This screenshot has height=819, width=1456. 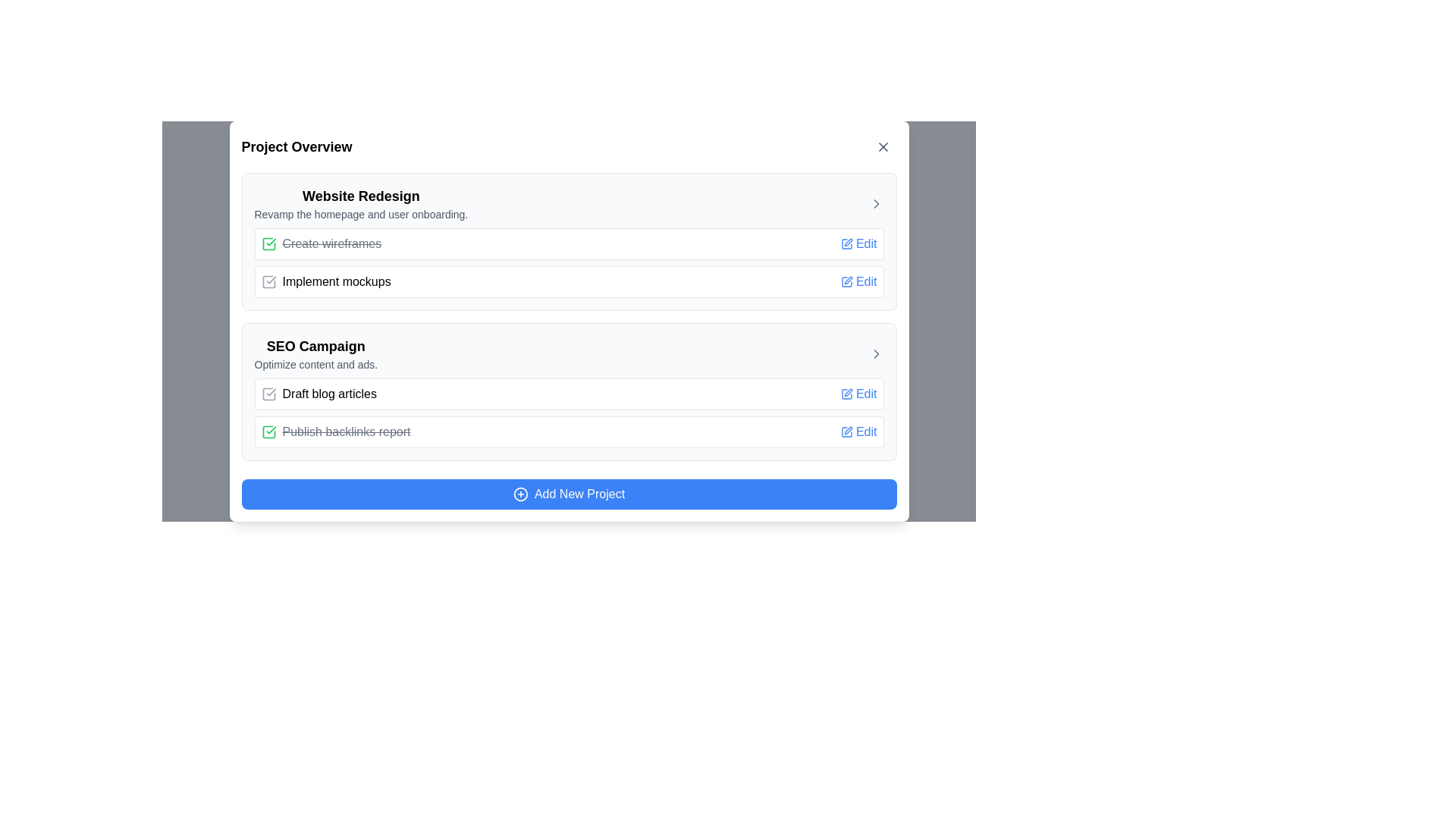 I want to click on the checkbox with a light gray border and a filled checkmark design, located to the left of the text 'Draft blog articles' in the 'SEO Campaign' section, so click(x=268, y=394).